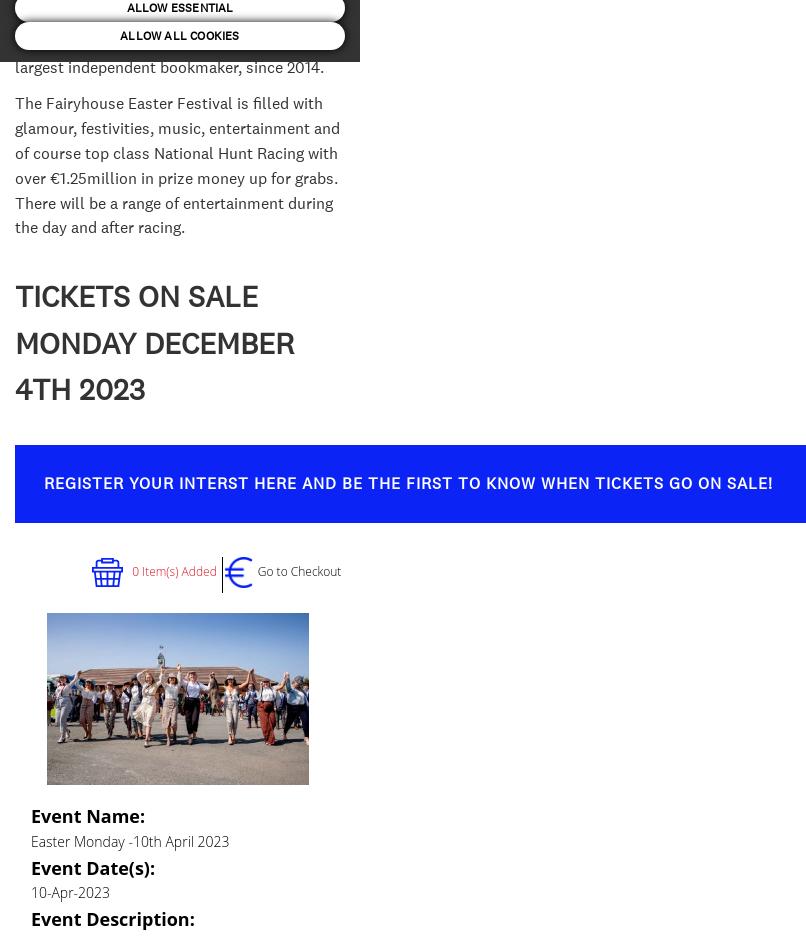  What do you see at coordinates (131, 570) in the screenshot?
I see `'0'` at bounding box center [131, 570].